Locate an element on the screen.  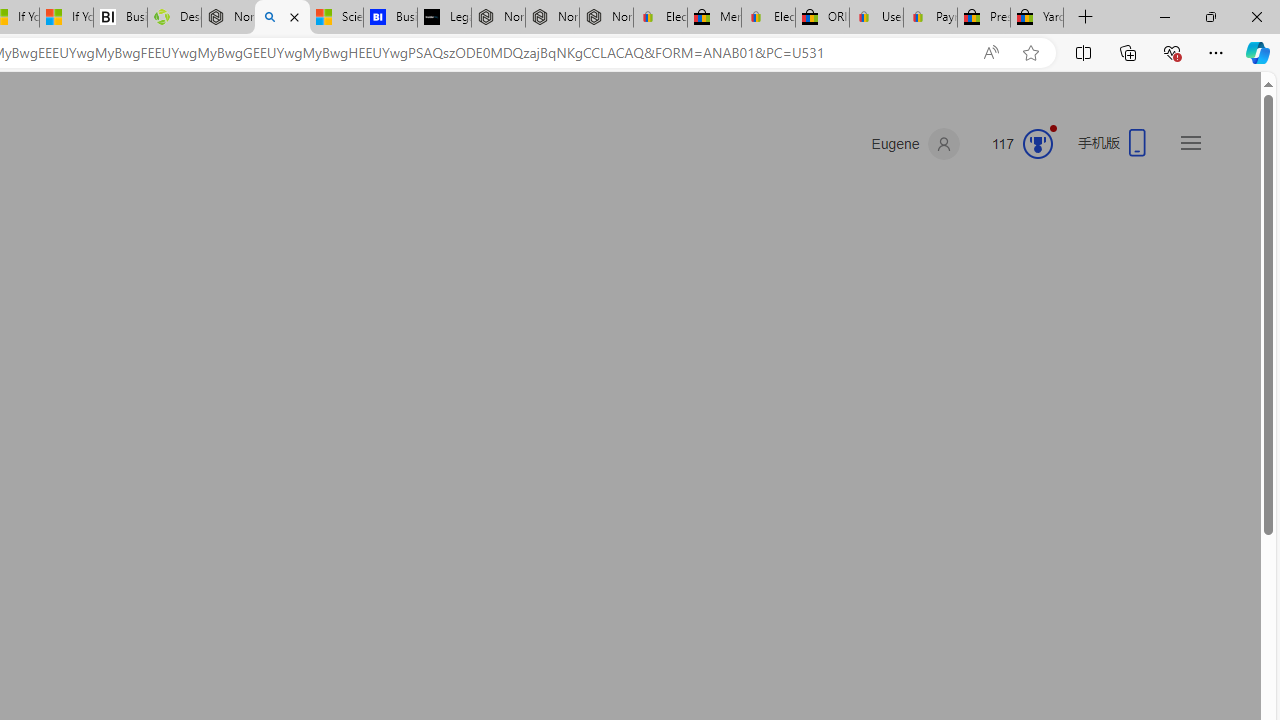
'Press Room - eBay Inc.' is located at coordinates (983, 17).